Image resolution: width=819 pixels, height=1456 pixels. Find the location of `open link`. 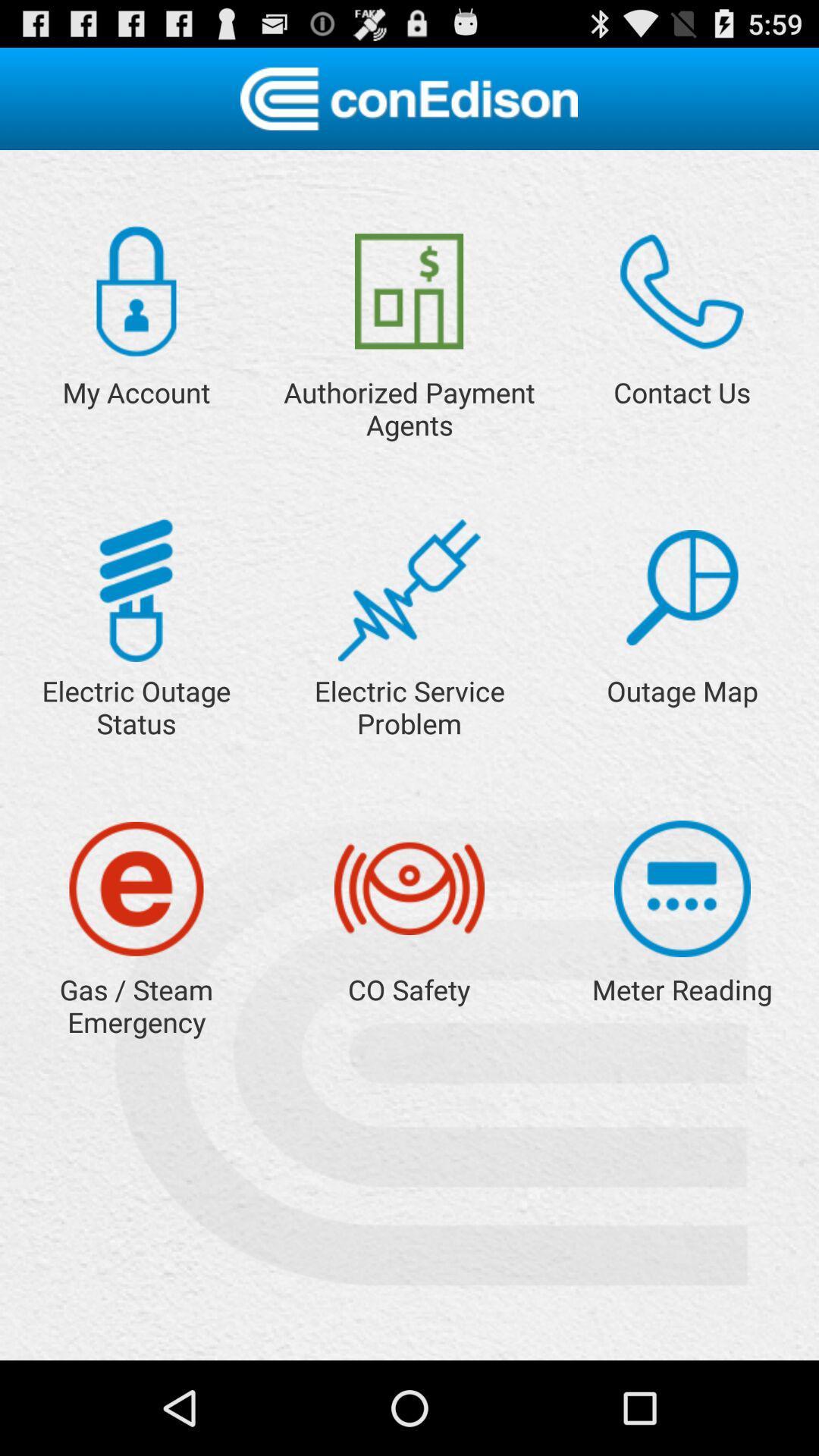

open link is located at coordinates (409, 589).